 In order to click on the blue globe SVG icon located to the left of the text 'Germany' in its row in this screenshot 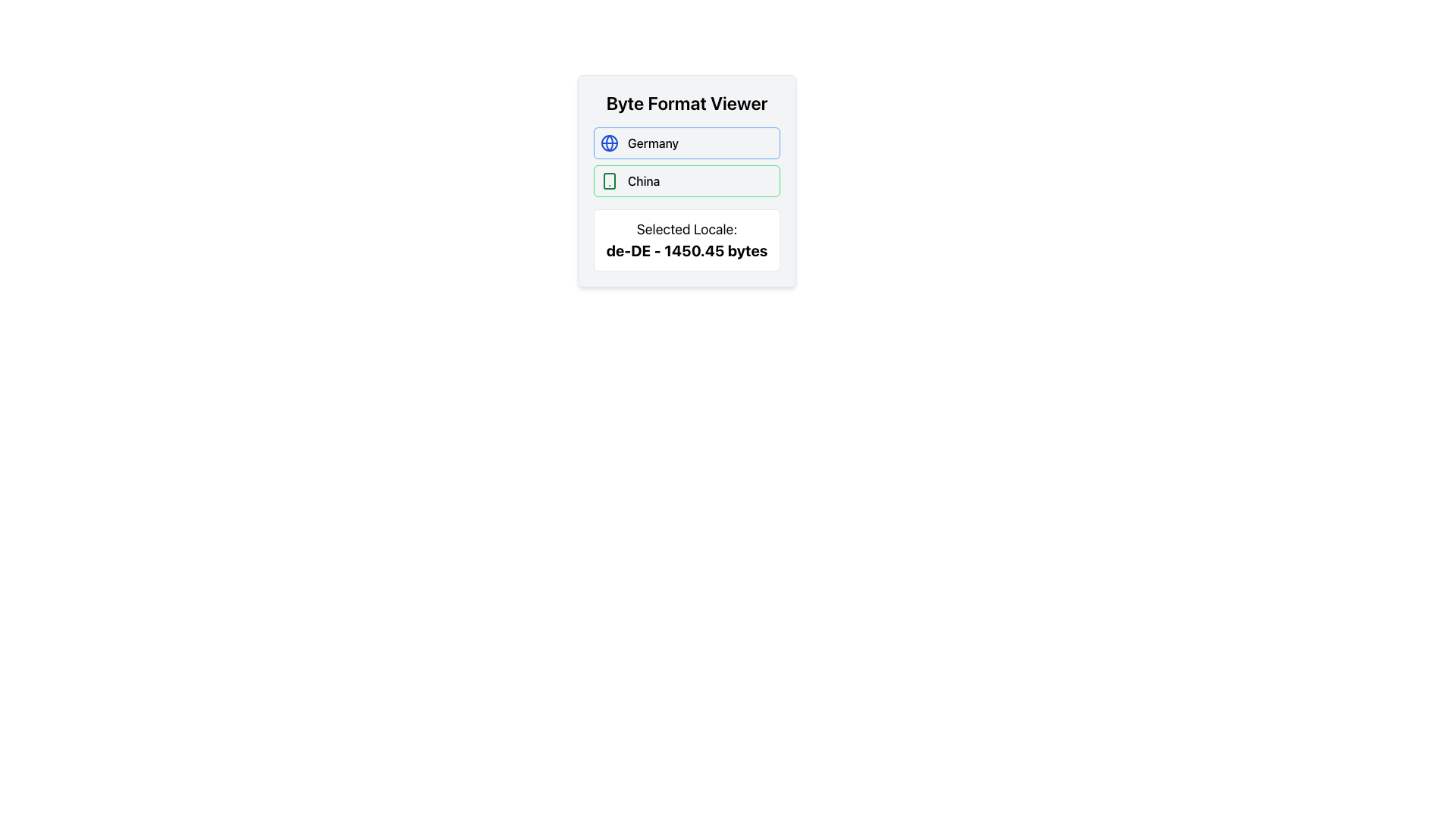, I will do `click(610, 143)`.